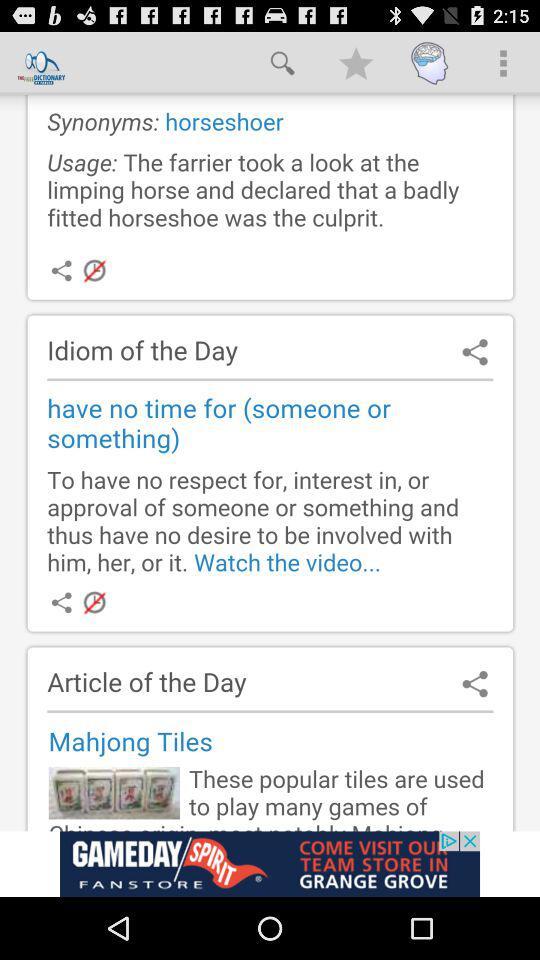  Describe the element at coordinates (270, 462) in the screenshot. I see `searching information` at that location.